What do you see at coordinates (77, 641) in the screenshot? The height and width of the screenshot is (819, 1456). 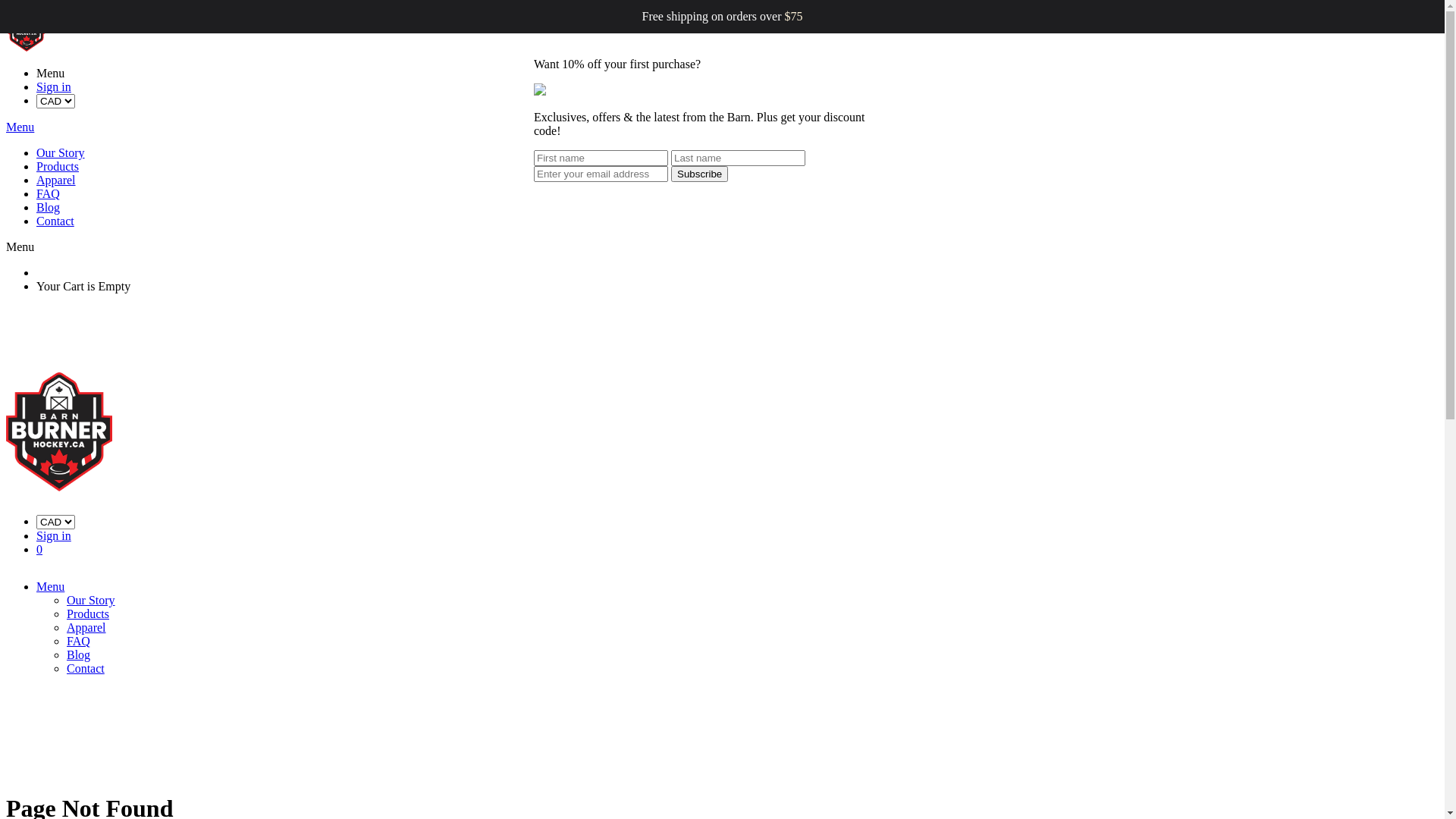 I see `'FAQ'` at bounding box center [77, 641].